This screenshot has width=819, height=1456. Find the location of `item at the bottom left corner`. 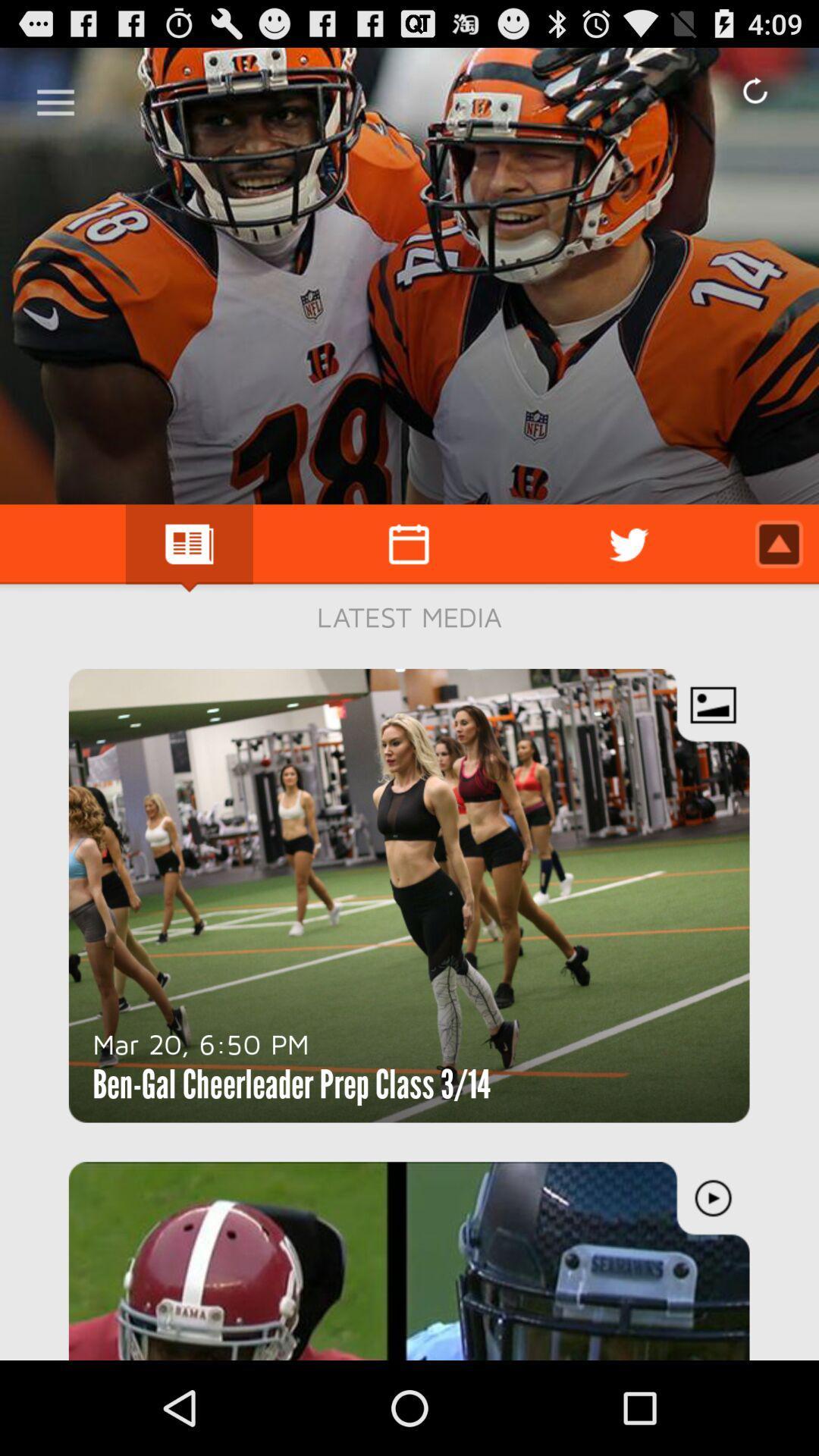

item at the bottom left corner is located at coordinates (200, 1043).